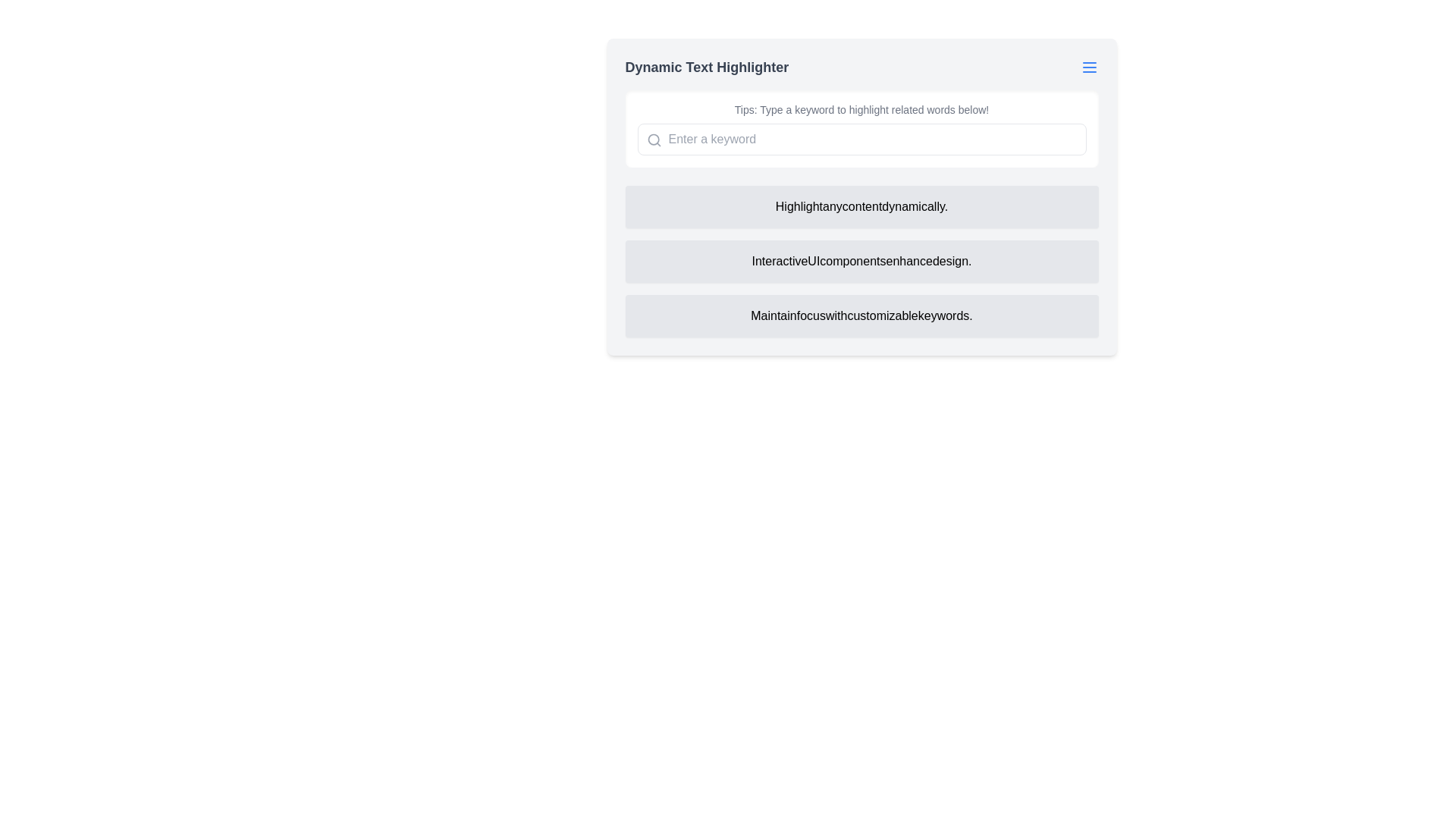  I want to click on the second gray text block that provides informative content, positioned between two other similar boxes, so click(861, 260).